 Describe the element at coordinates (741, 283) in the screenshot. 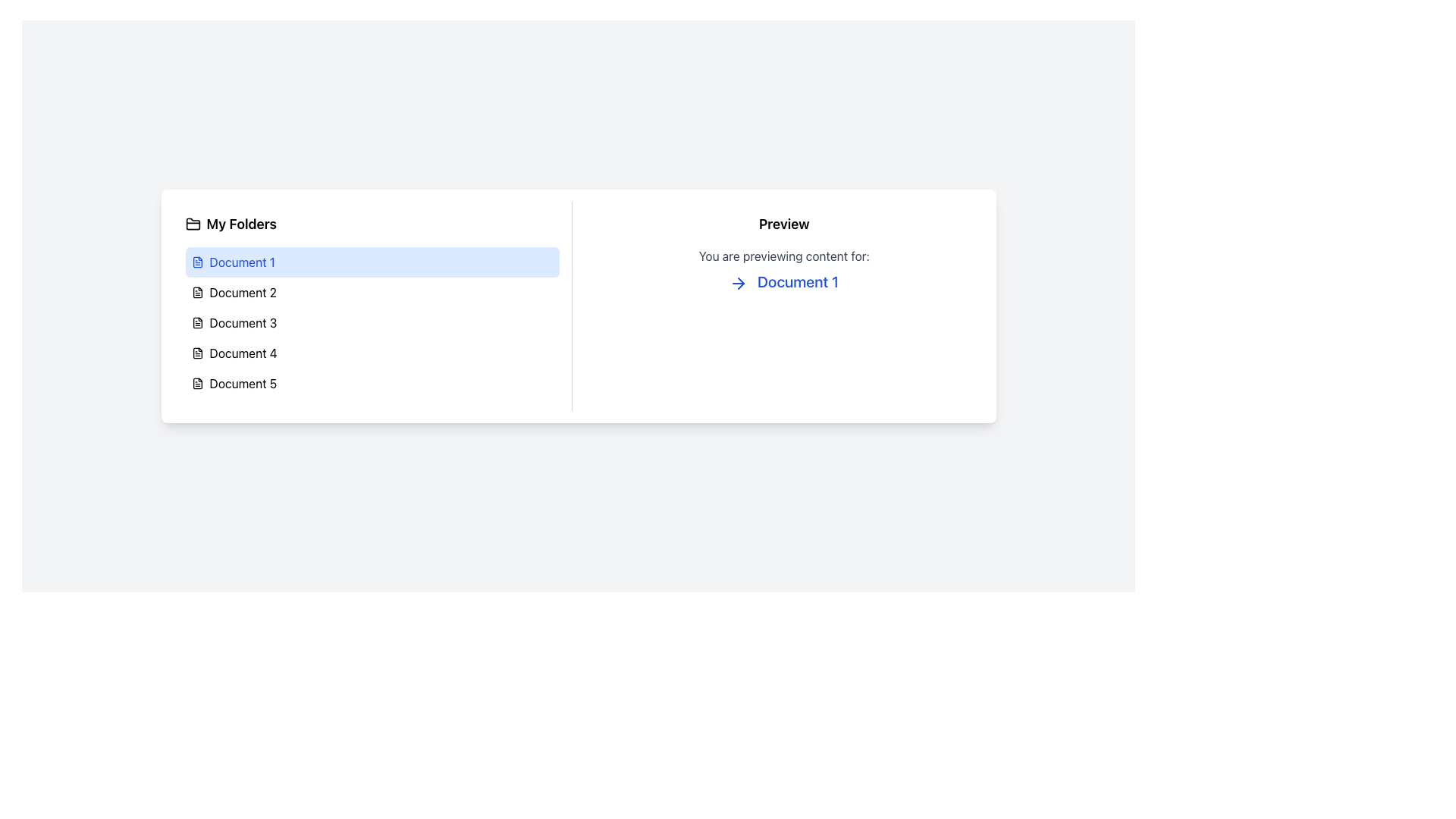

I see `the small right-pointing arrow icon located to the left of the text 'Document 1' in the 'Preview' section of the interface` at that location.